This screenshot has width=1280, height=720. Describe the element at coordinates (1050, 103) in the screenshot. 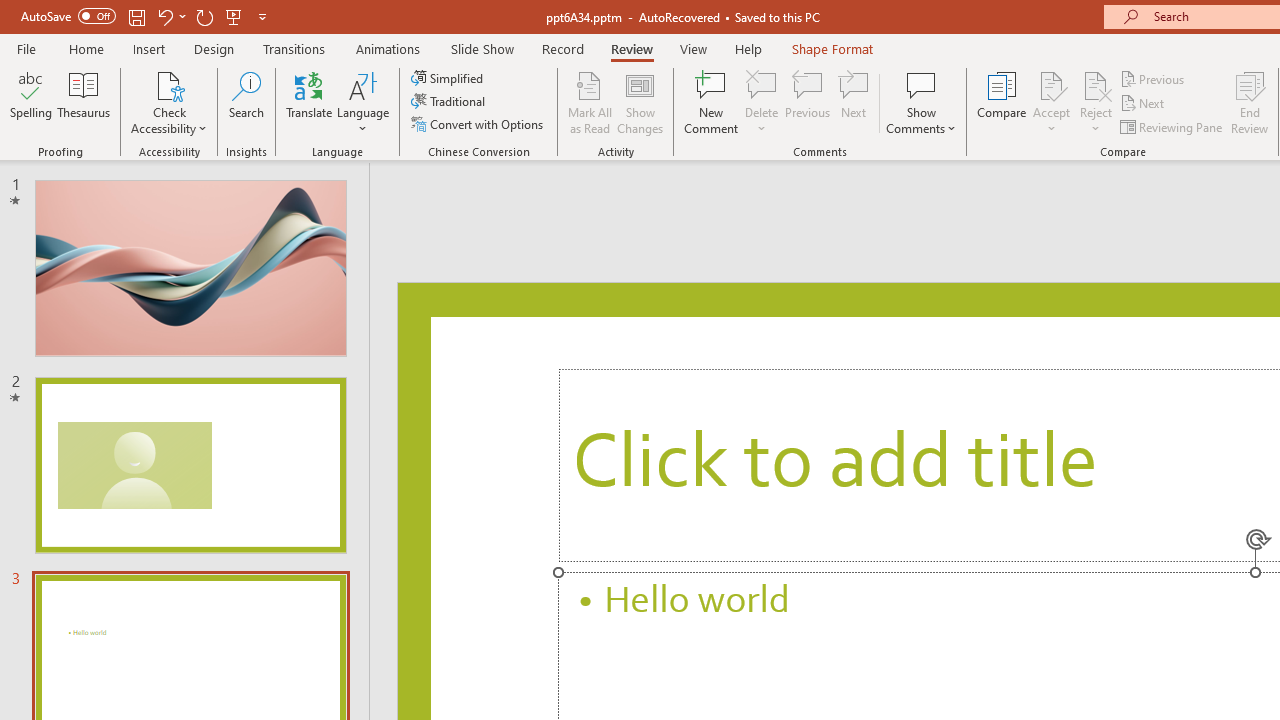

I see `'Accept'` at that location.